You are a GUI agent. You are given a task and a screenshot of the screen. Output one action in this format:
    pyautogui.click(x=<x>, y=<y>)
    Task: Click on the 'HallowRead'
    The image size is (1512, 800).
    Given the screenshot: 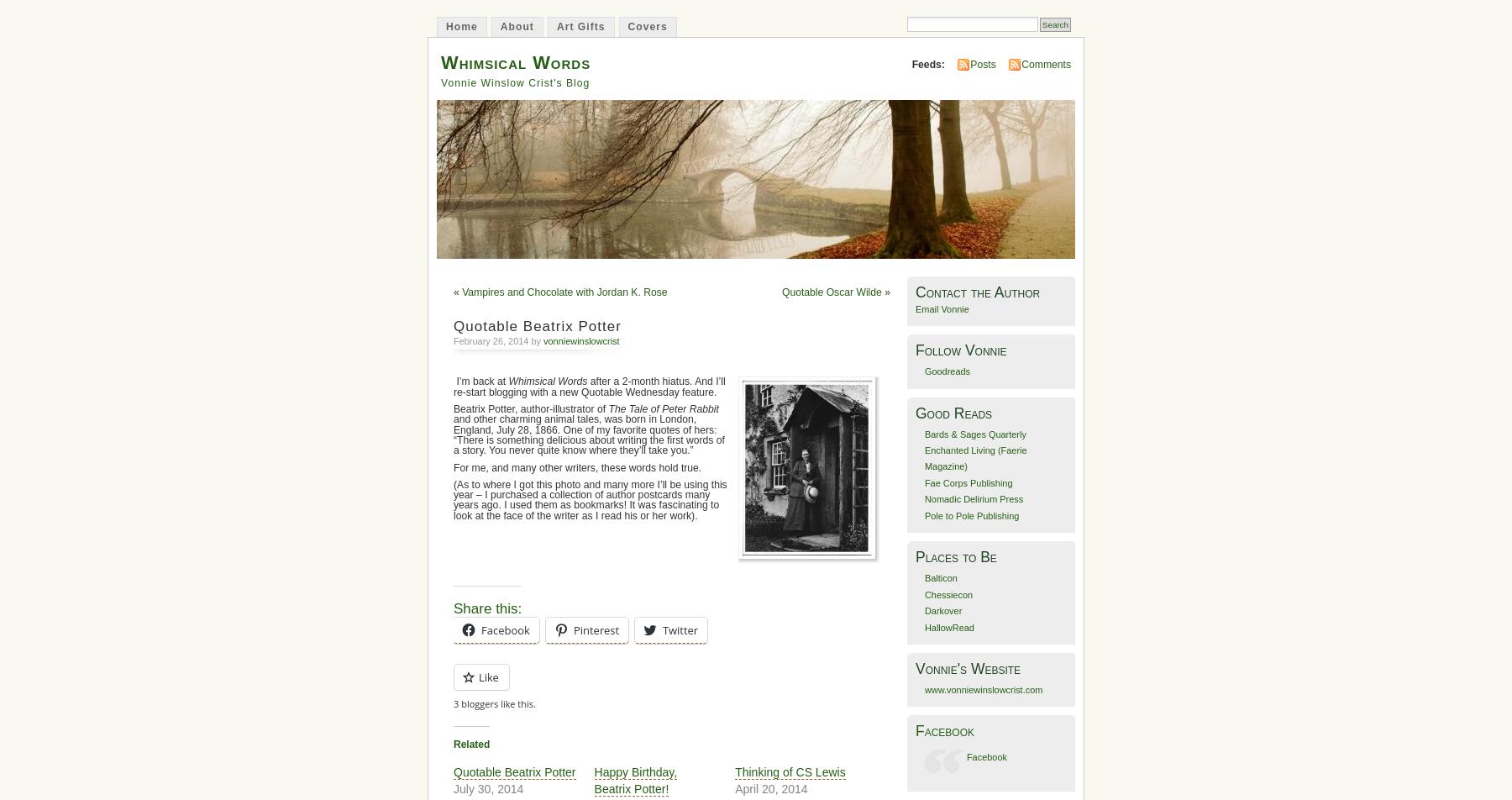 What is the action you would take?
    pyautogui.click(x=923, y=626)
    